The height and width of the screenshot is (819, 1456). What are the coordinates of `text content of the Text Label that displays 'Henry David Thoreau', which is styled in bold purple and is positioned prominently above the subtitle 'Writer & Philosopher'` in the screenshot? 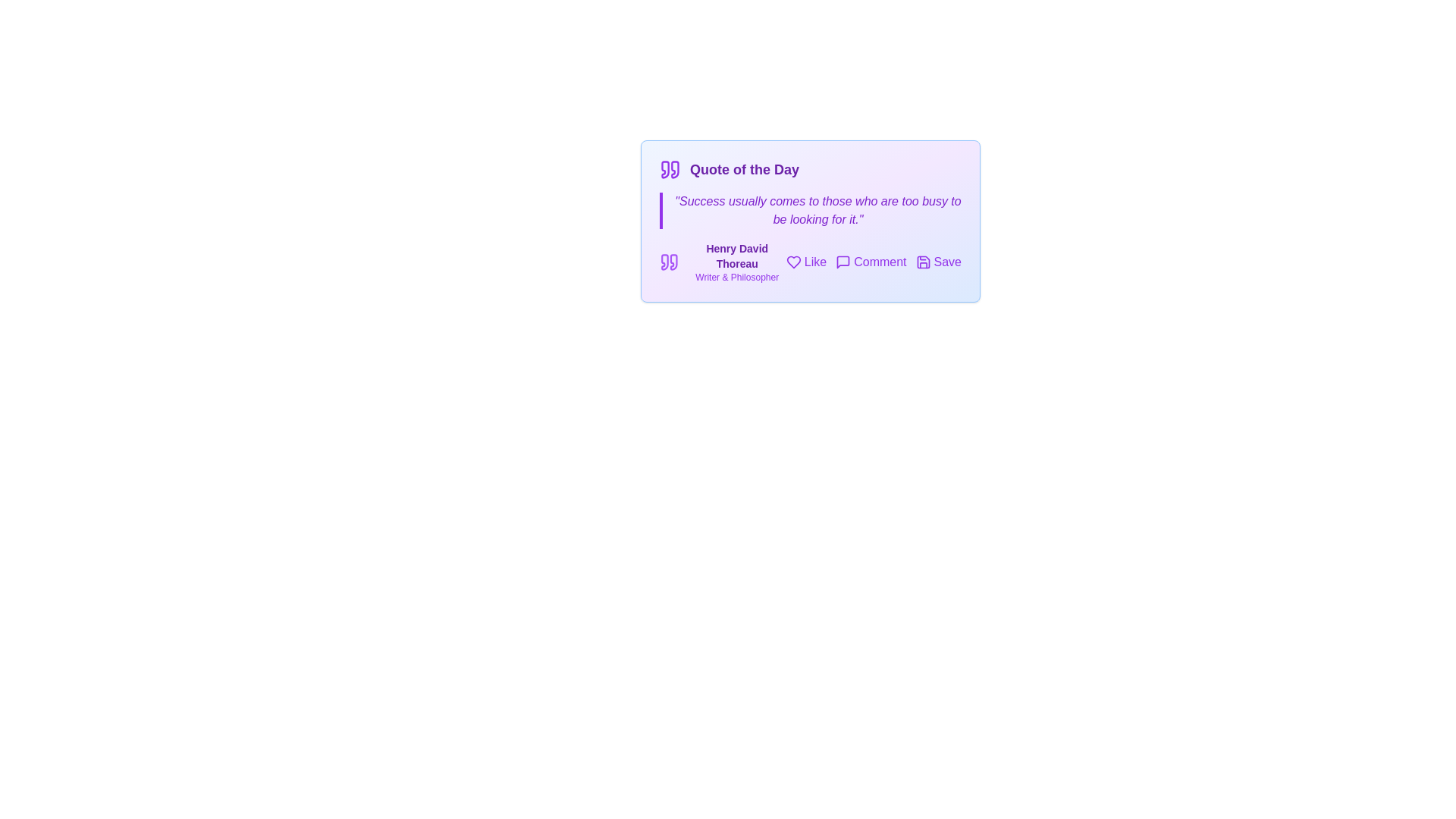 It's located at (737, 256).